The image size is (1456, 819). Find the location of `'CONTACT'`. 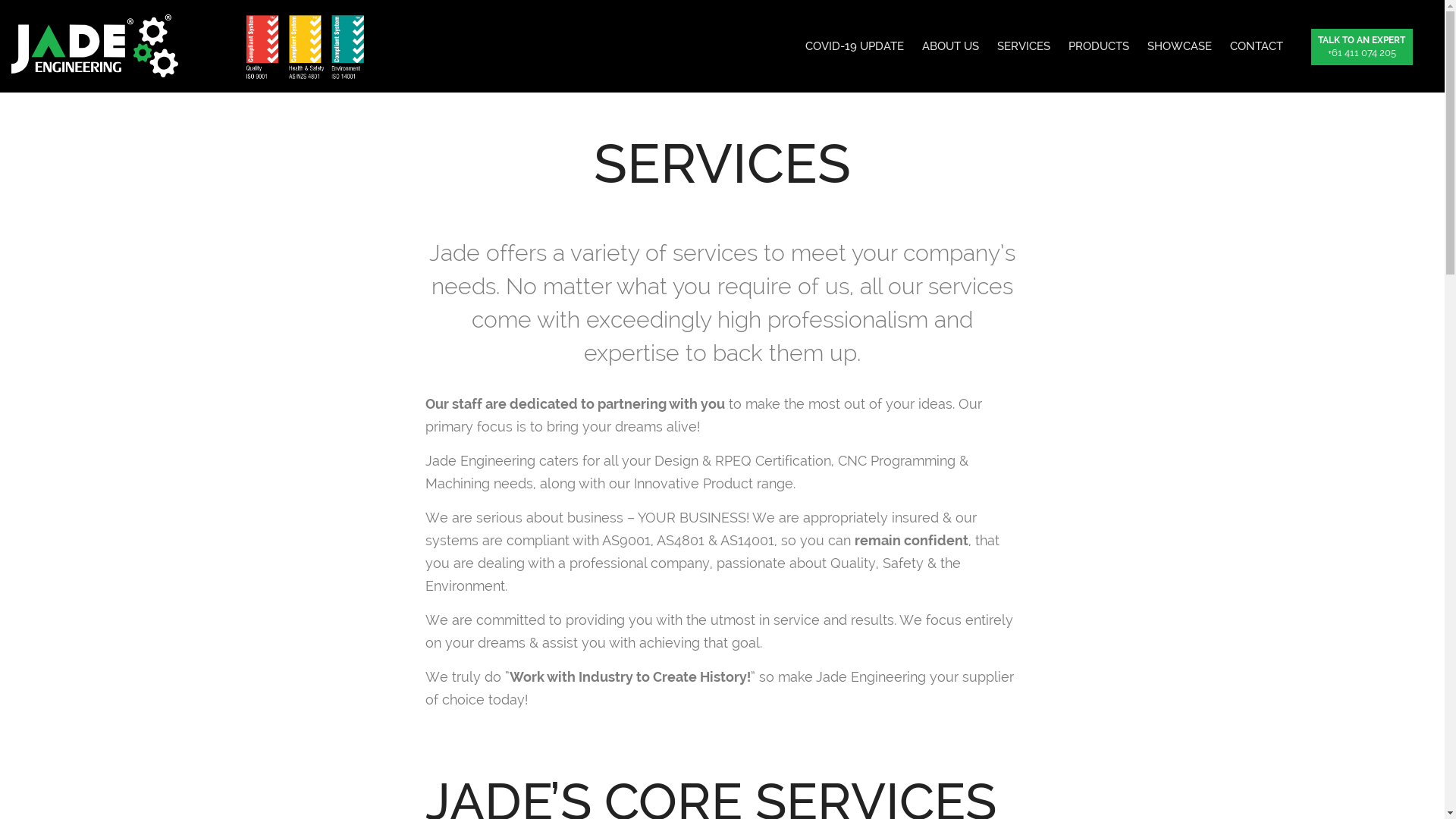

'CONTACT' is located at coordinates (1256, 45).